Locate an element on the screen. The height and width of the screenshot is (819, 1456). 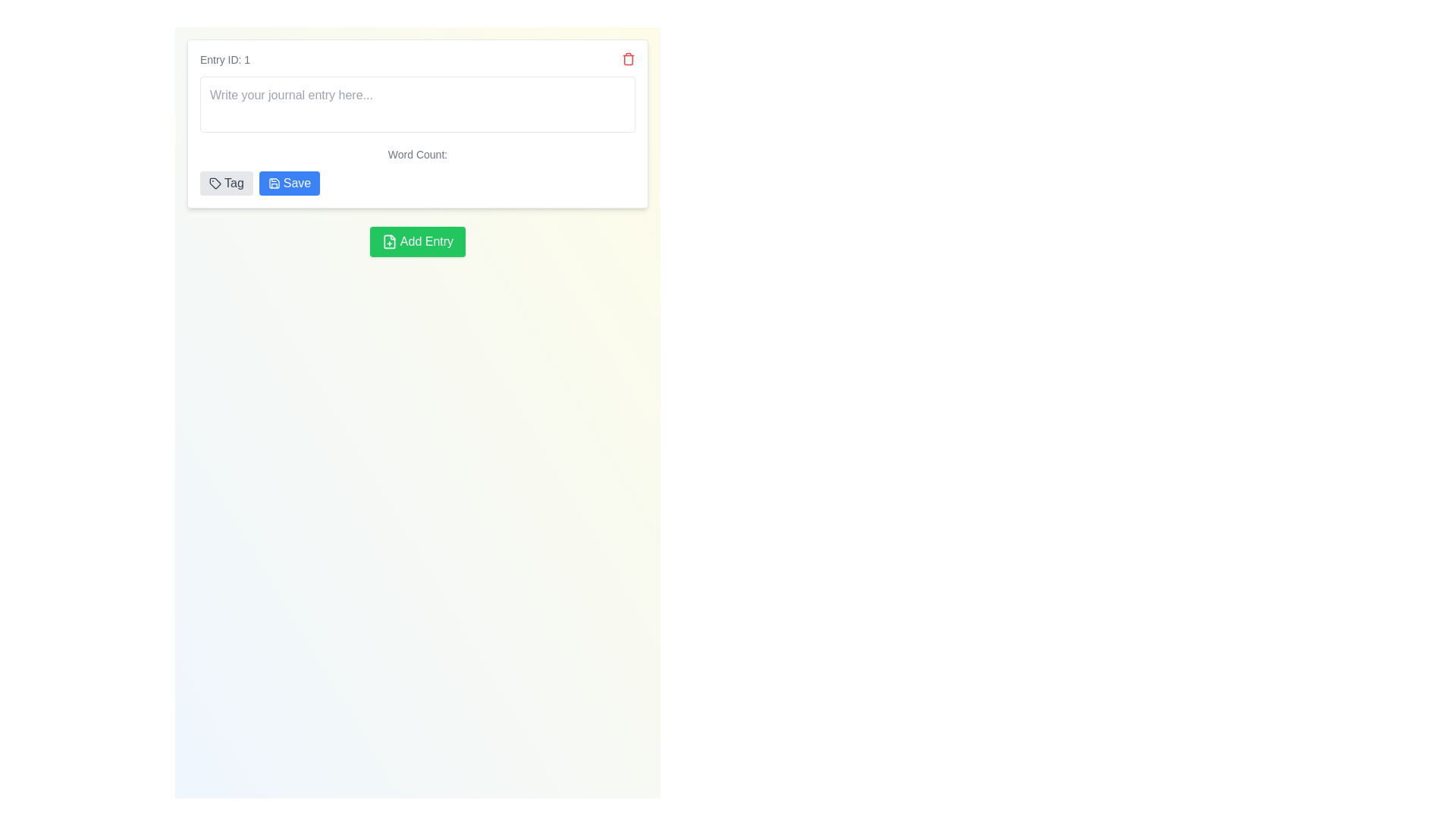
the 'Add Entry' SVG icon located on the left side of the green button is located at coordinates (389, 241).